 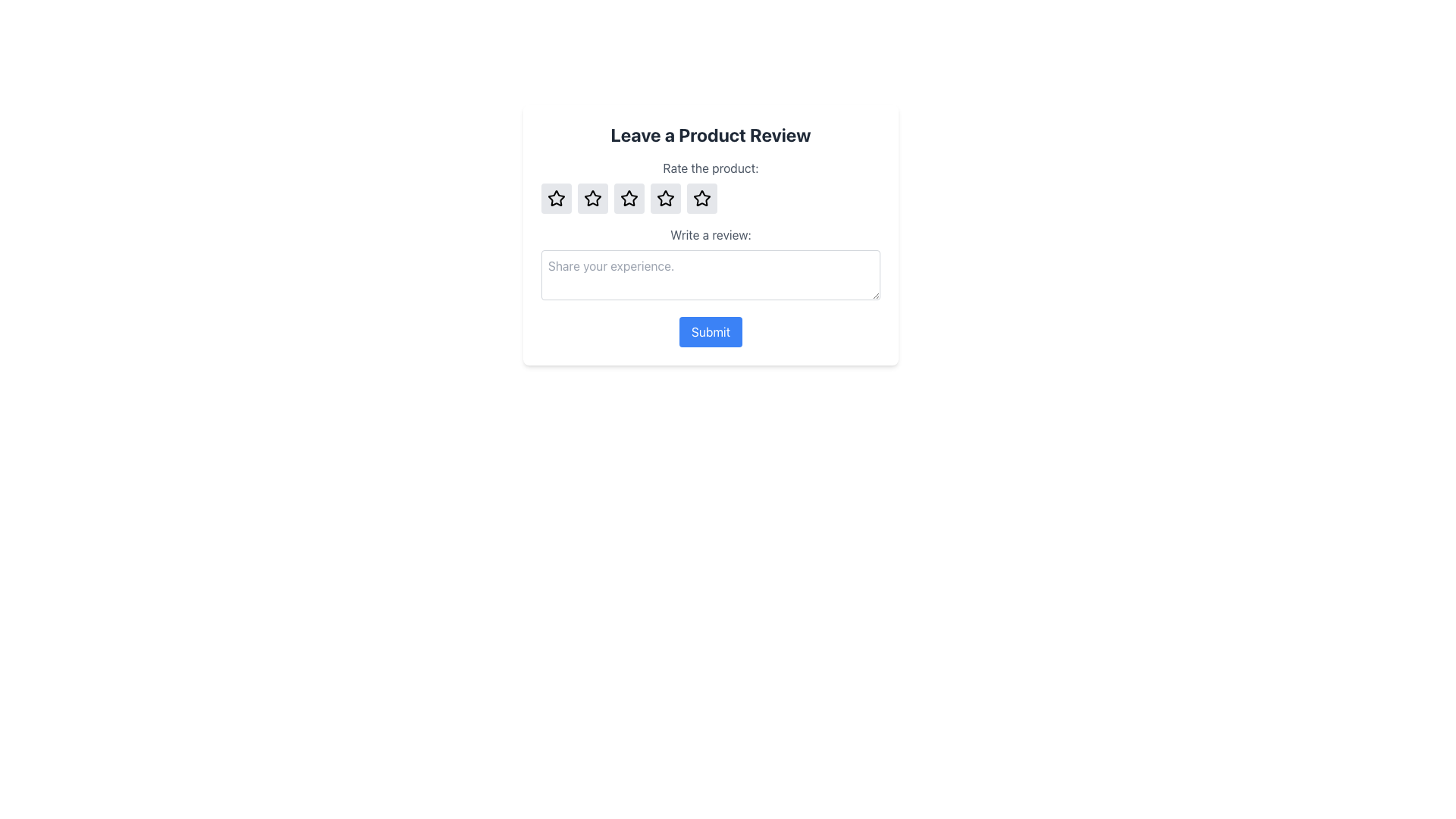 I want to click on the second star icon from the left in the 'Rate the product' section, so click(x=592, y=197).